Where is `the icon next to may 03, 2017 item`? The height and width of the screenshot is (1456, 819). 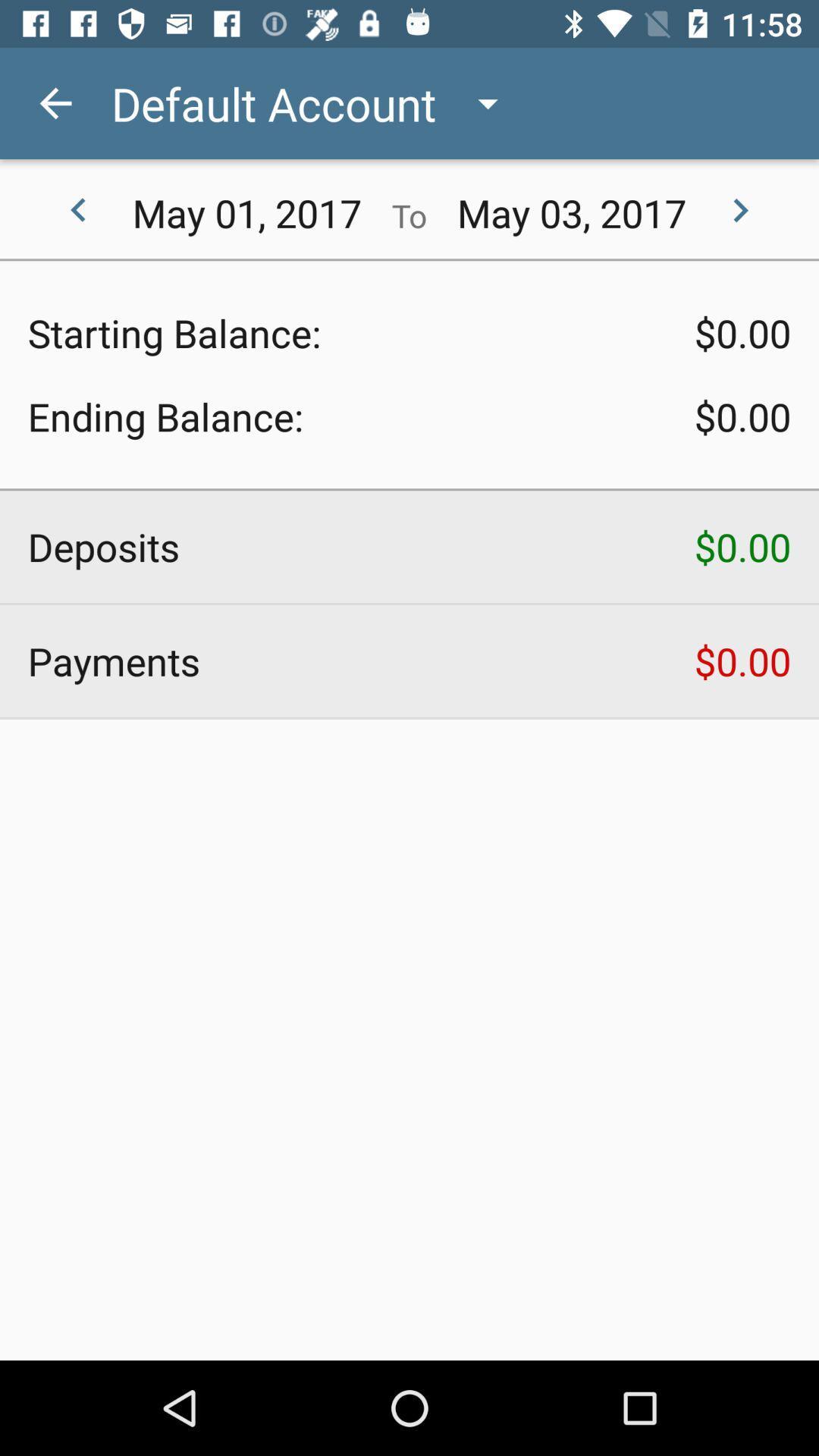
the icon next to may 03, 2017 item is located at coordinates (739, 210).